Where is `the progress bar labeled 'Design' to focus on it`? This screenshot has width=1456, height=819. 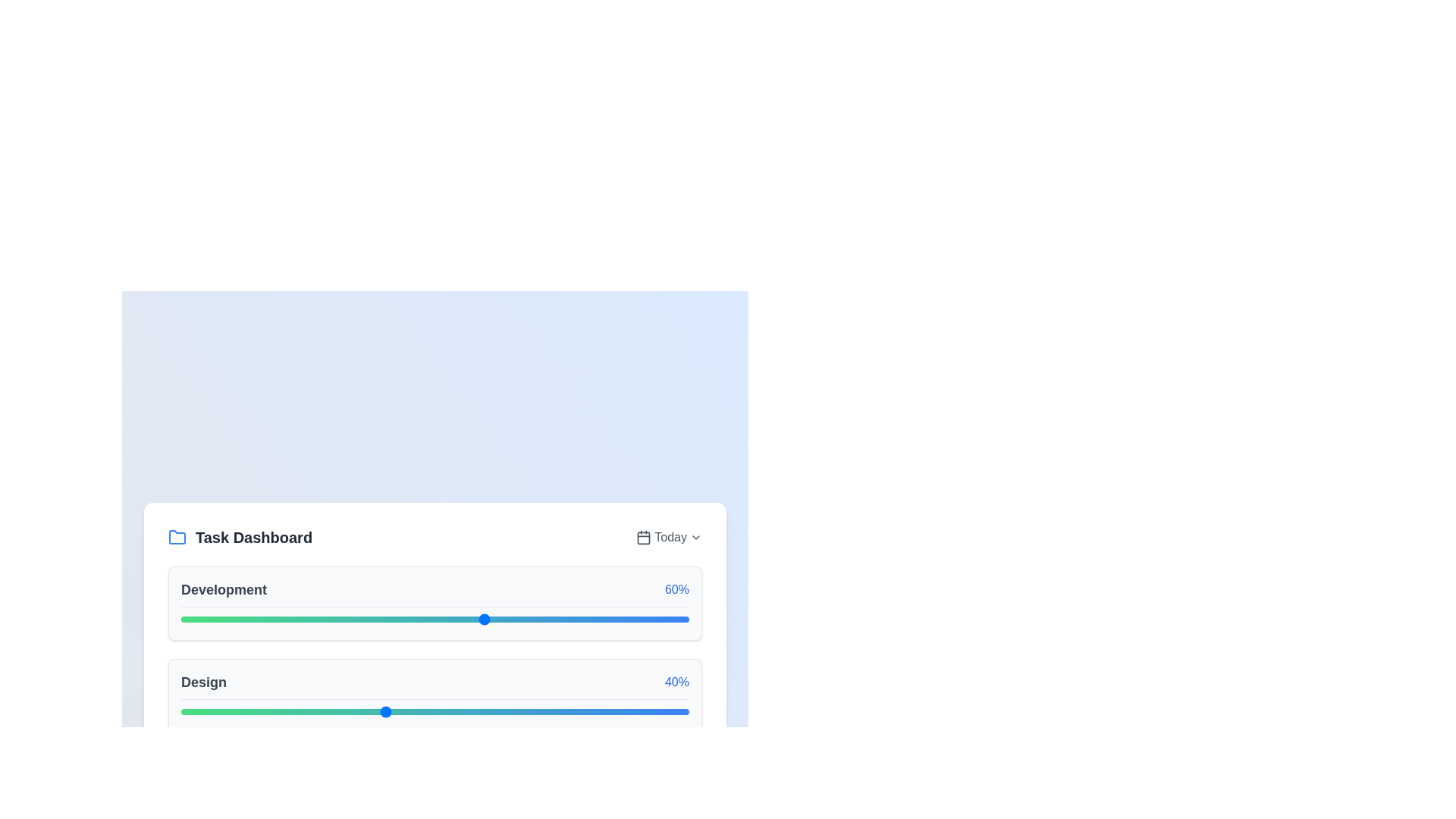
the progress bar labeled 'Design' to focus on it is located at coordinates (435, 696).